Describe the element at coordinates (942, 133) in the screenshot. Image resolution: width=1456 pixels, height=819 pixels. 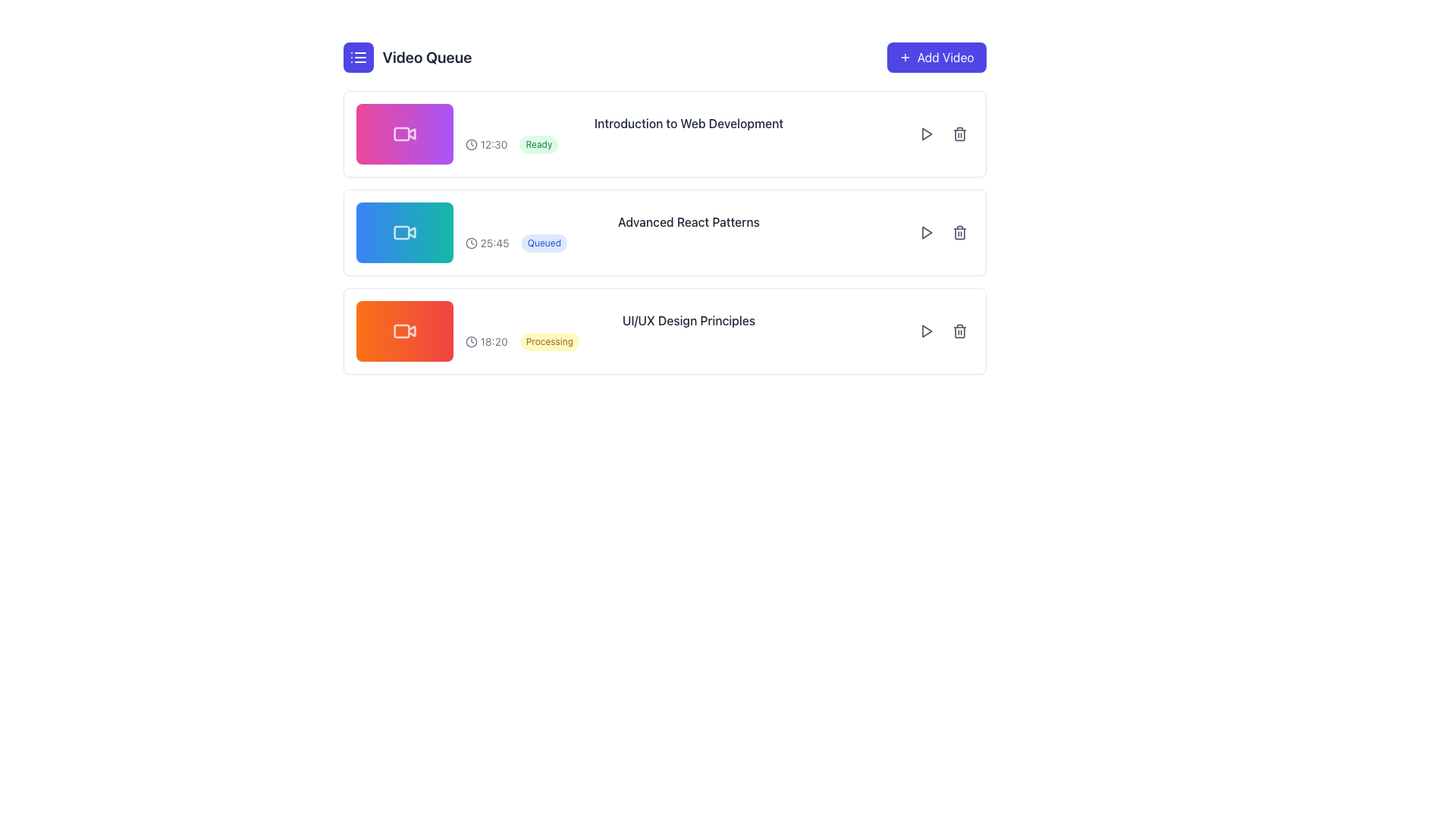
I see `the interactive controls group icons for the video 'Introduction to Web Development'` at that location.